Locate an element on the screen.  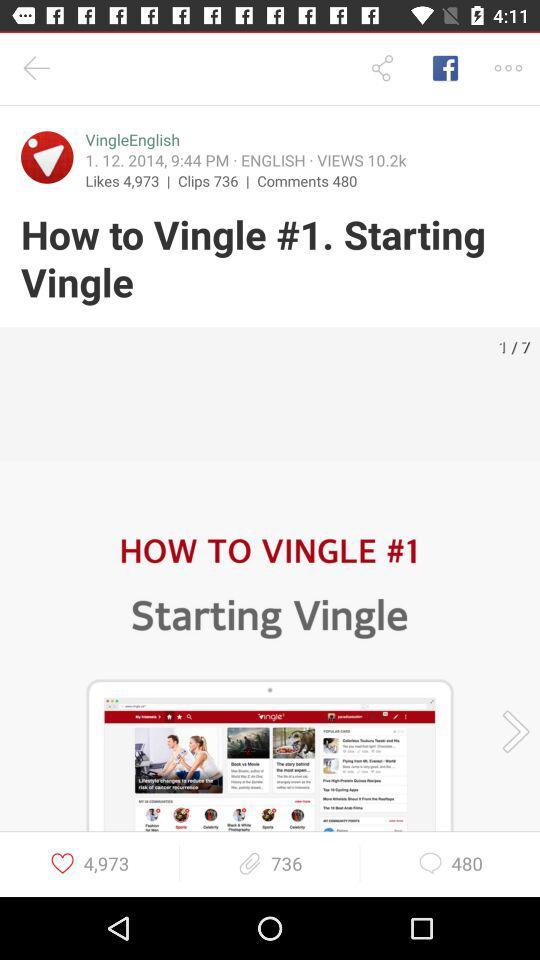
the item to the right of clips 736  | is located at coordinates (307, 179).